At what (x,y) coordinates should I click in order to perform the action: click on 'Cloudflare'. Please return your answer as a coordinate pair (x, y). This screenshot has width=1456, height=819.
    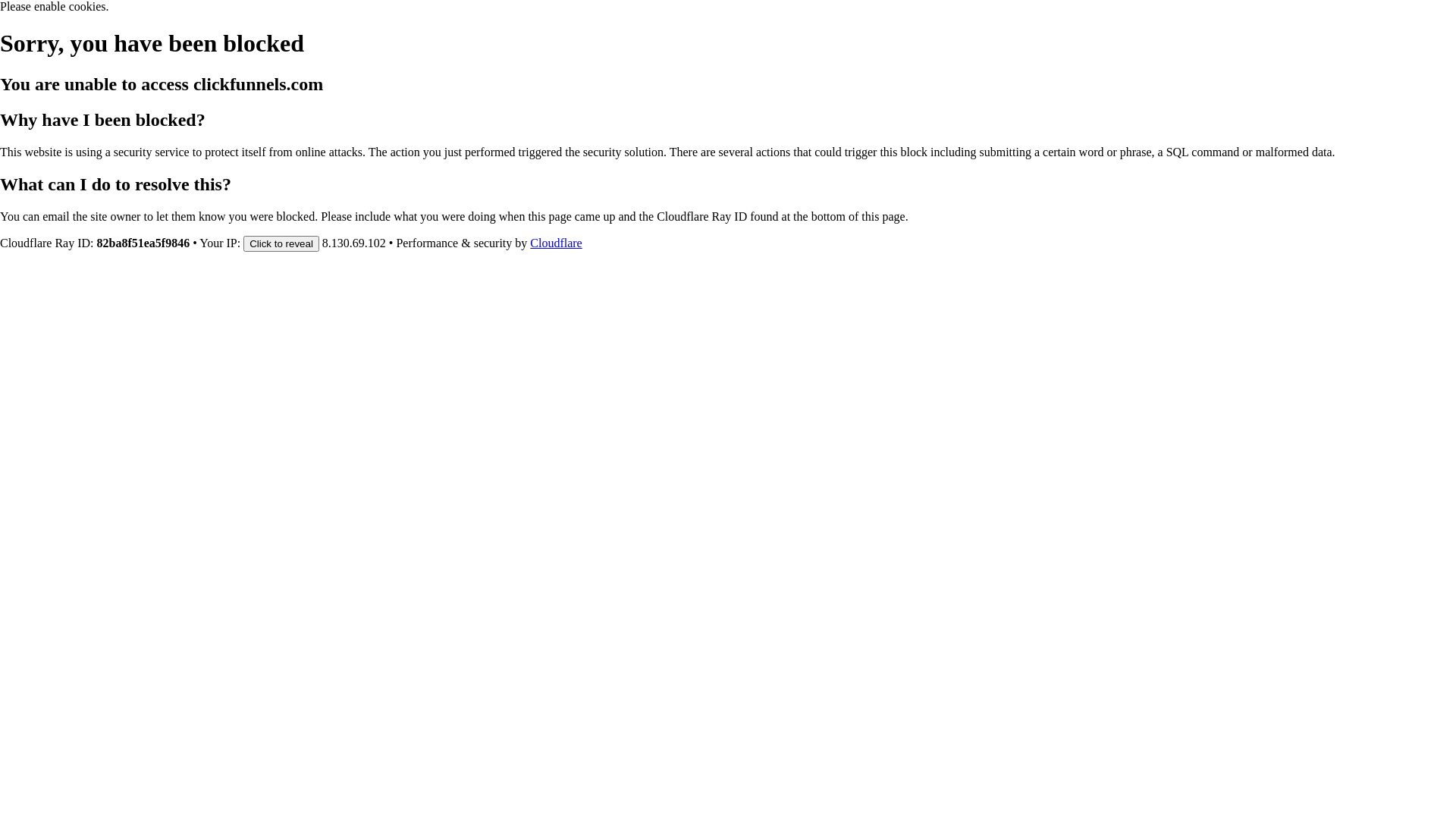
    Looking at the image, I should click on (530, 242).